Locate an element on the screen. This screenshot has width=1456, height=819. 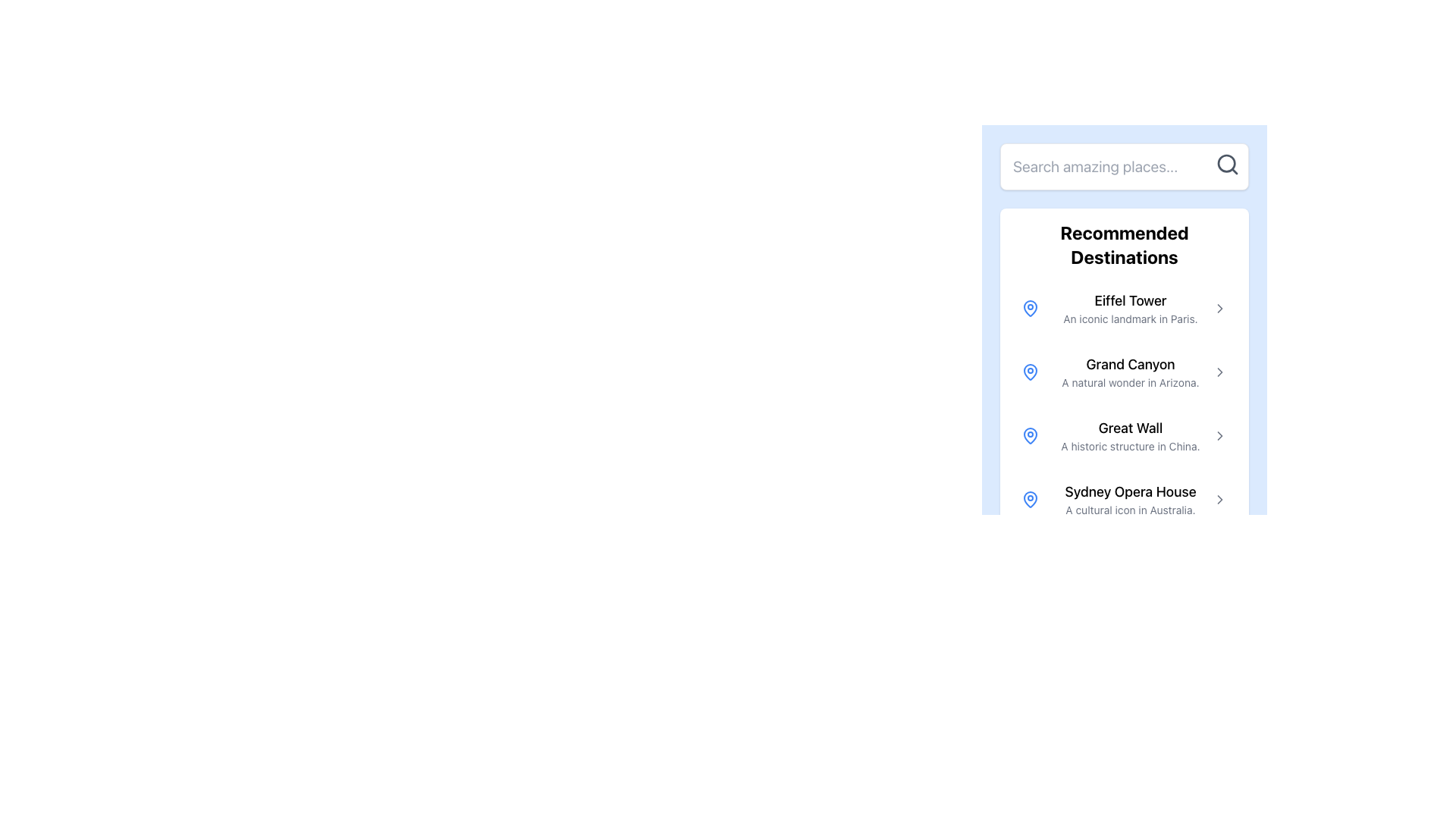
the first item in the navigation list that provides information about the Eiffel Tower is located at coordinates (1125, 308).